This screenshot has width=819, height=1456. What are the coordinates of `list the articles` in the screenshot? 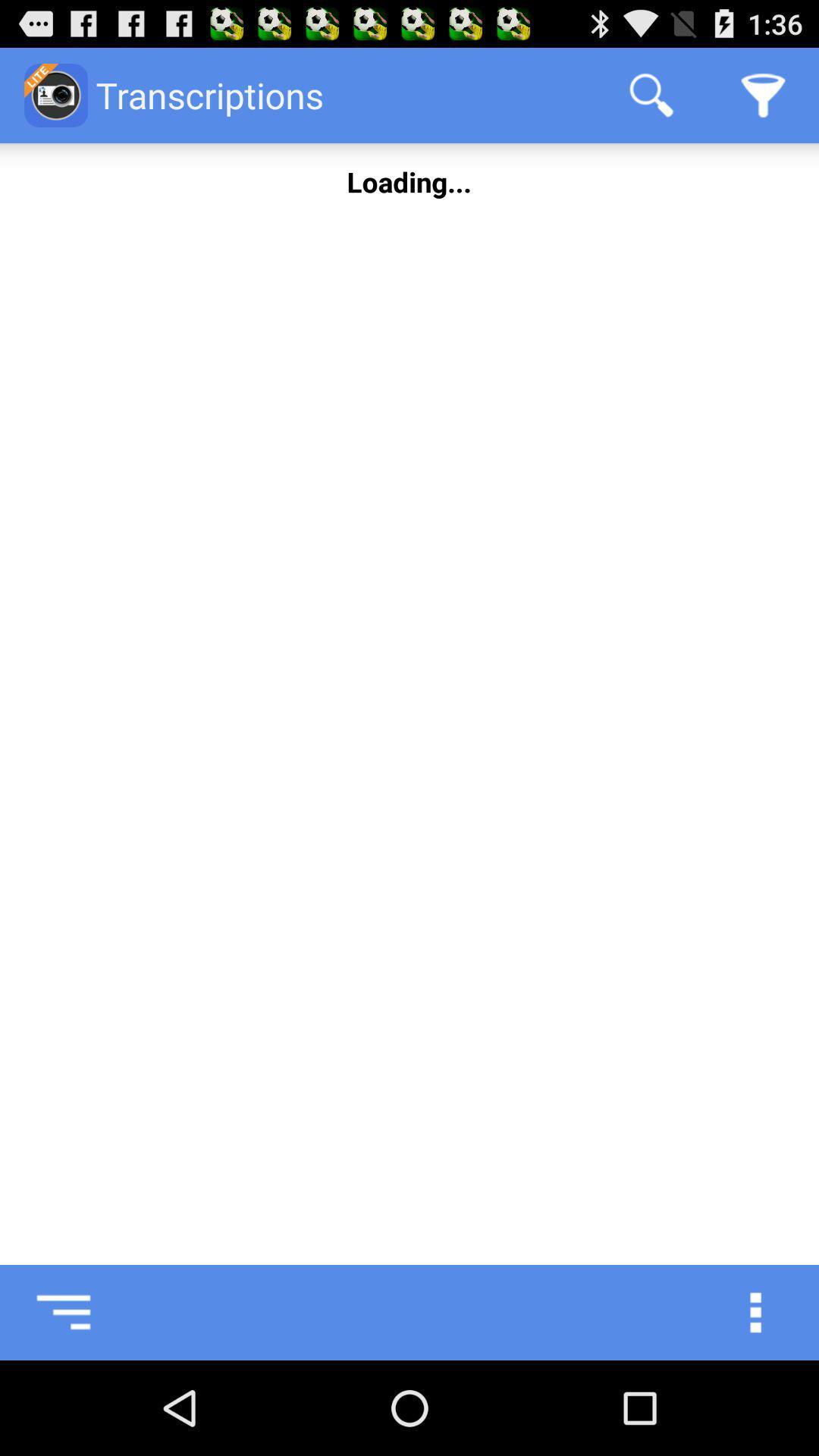 It's located at (46, 1312).